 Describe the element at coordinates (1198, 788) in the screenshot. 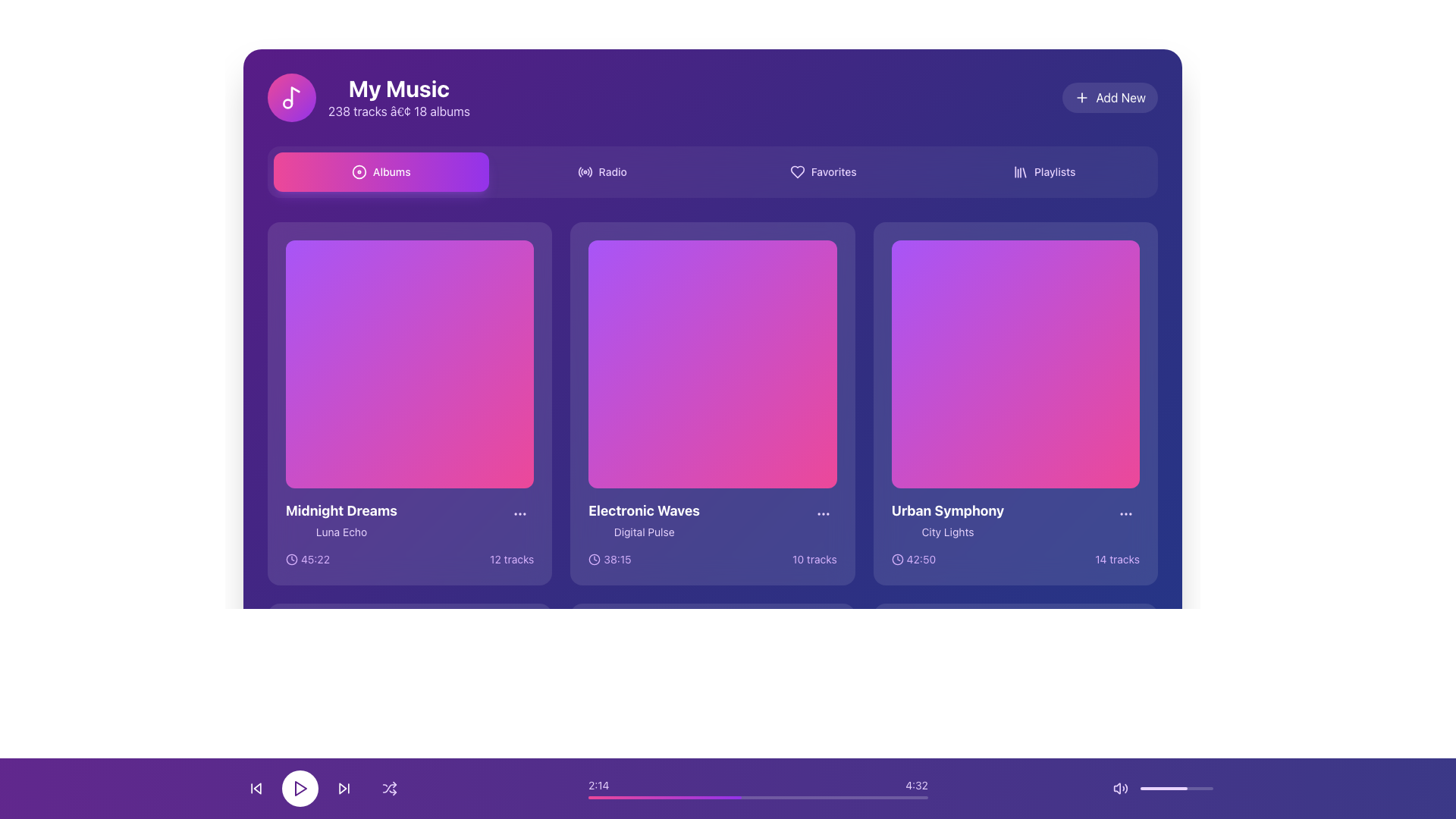

I see `volume` at that location.